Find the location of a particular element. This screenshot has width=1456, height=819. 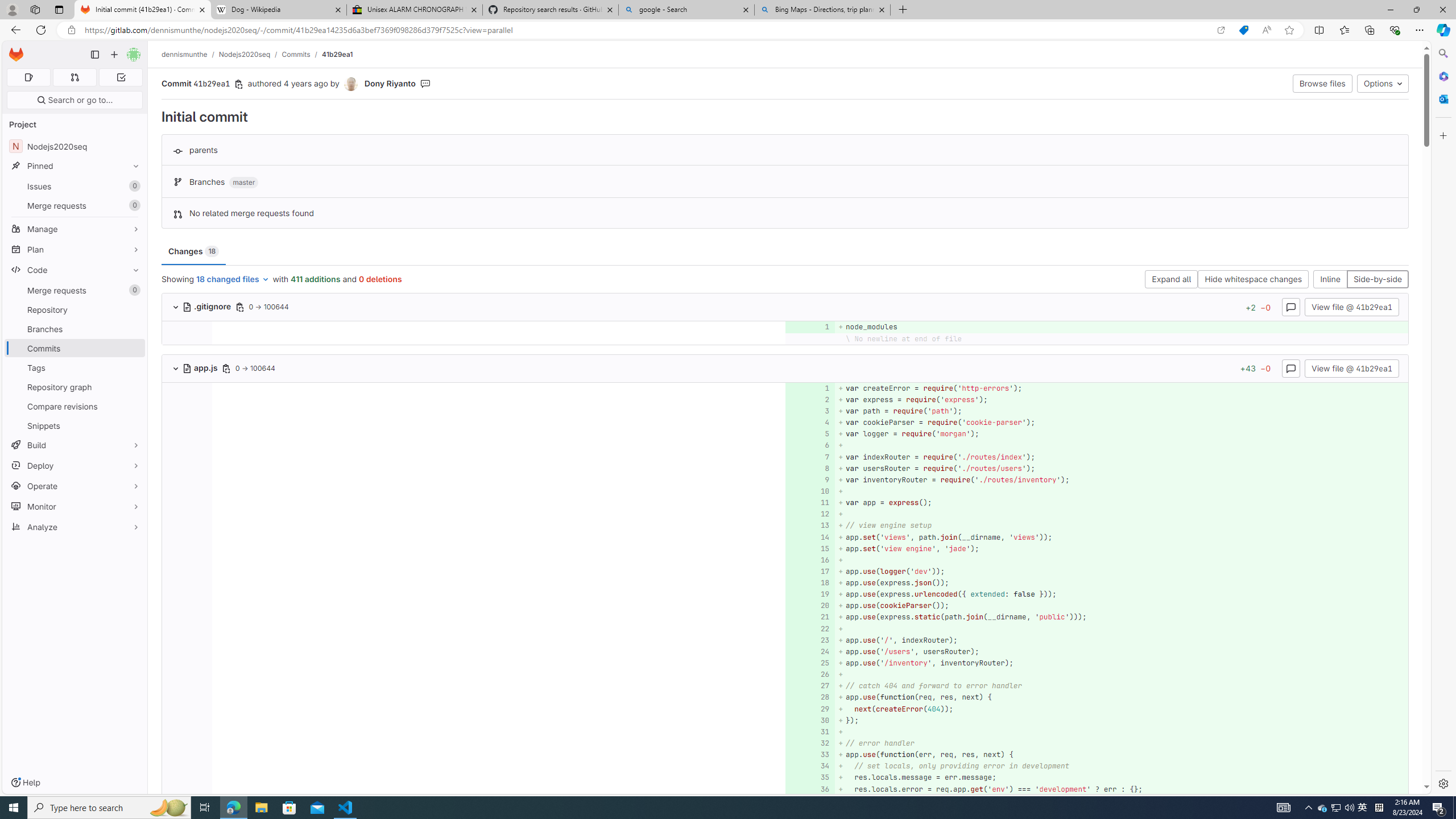

'Side bar' is located at coordinates (1443, 418).